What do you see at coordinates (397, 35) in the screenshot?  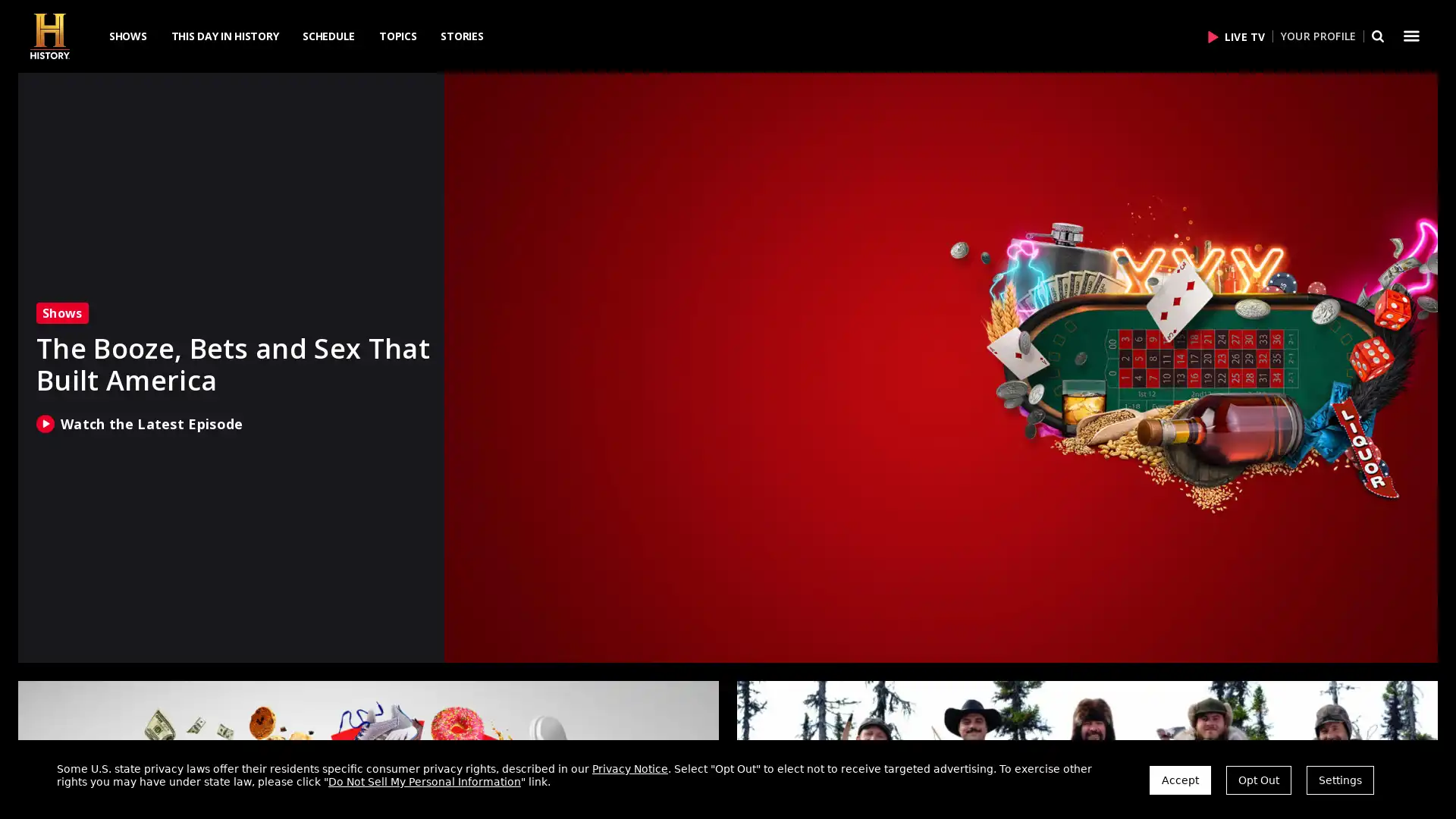 I see `TOPICS` at bounding box center [397, 35].